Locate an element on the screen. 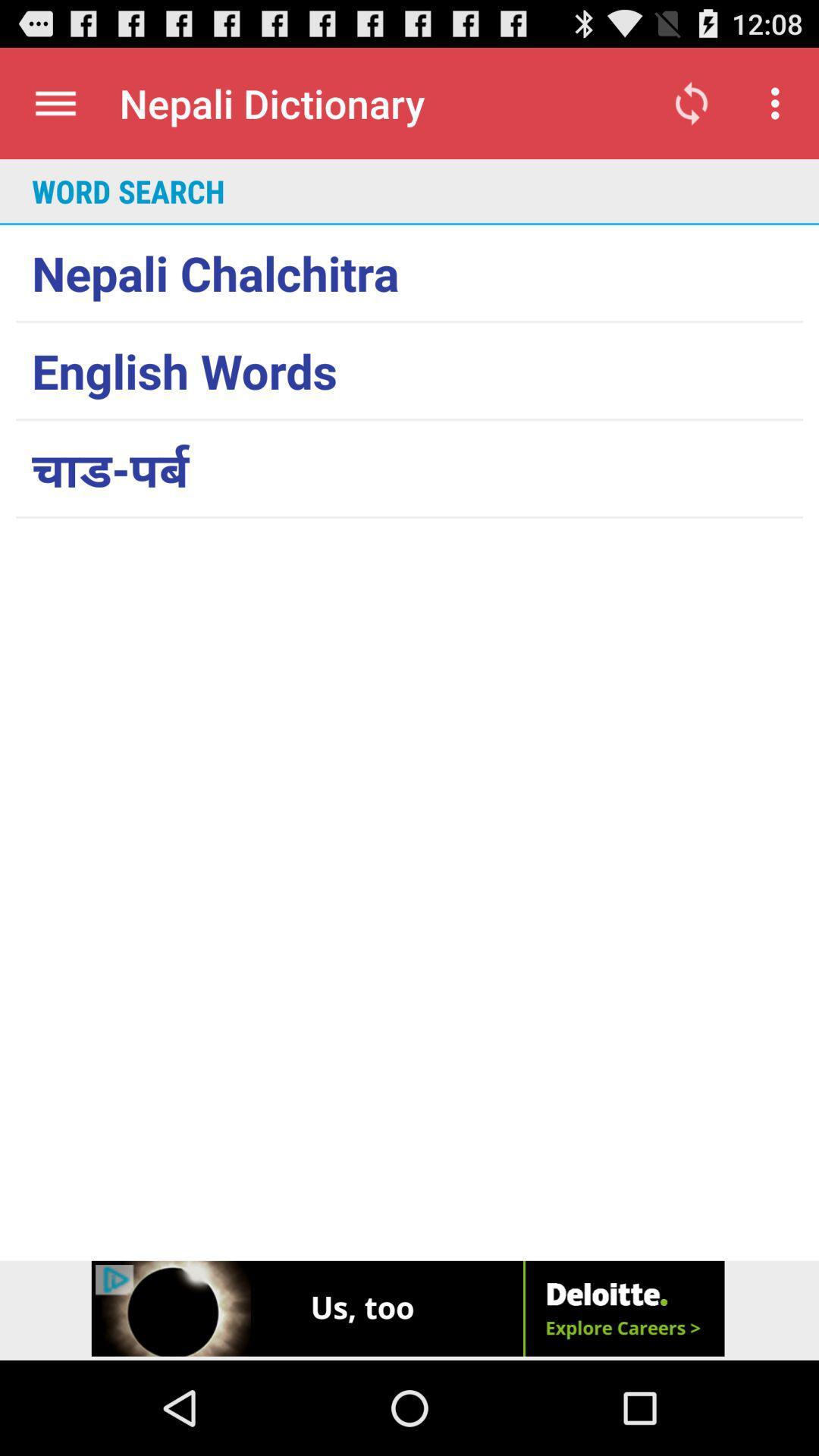 The image size is (819, 1456). click on advertisement is located at coordinates (409, 1310).